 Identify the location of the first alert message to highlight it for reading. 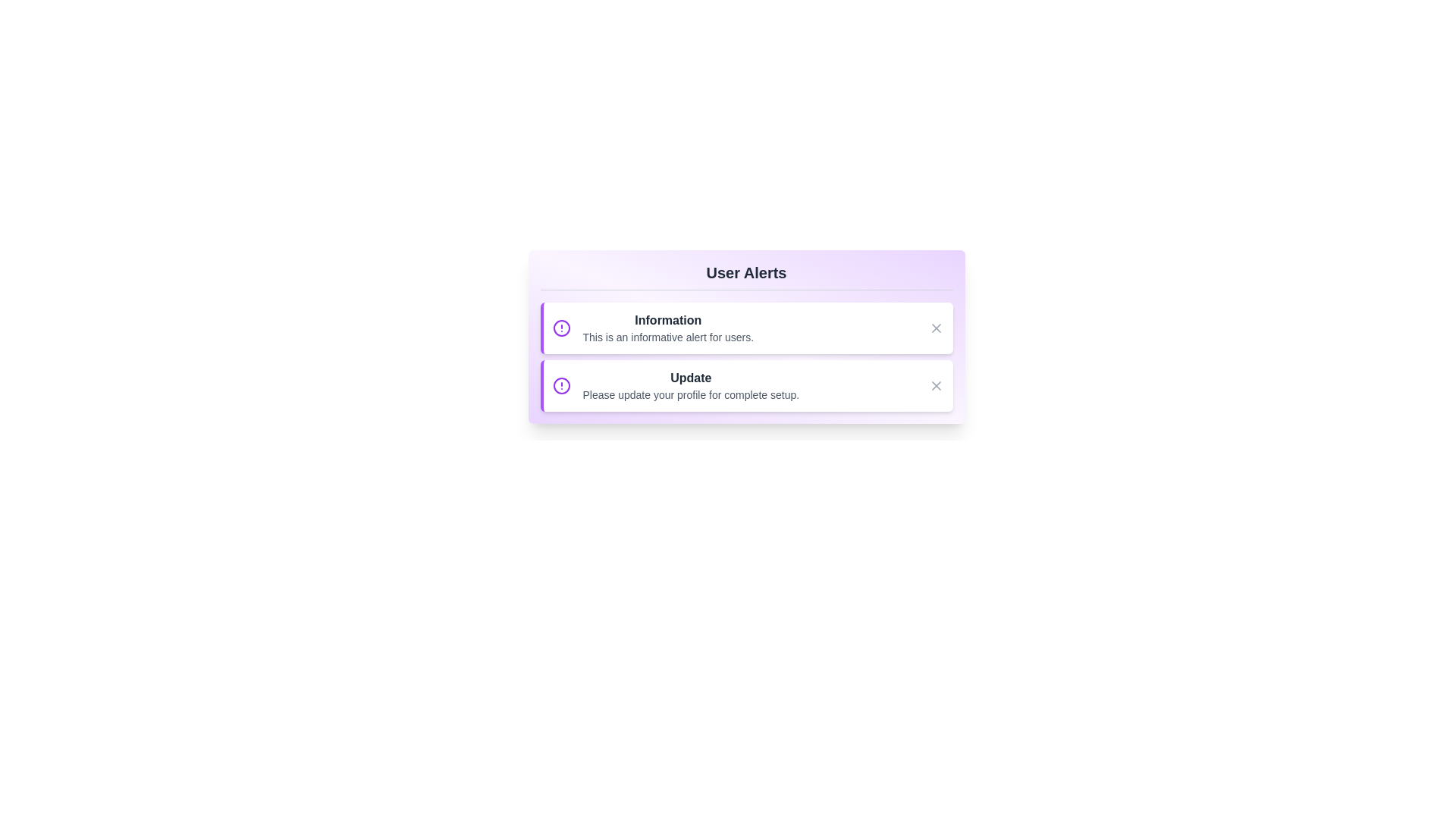
(746, 327).